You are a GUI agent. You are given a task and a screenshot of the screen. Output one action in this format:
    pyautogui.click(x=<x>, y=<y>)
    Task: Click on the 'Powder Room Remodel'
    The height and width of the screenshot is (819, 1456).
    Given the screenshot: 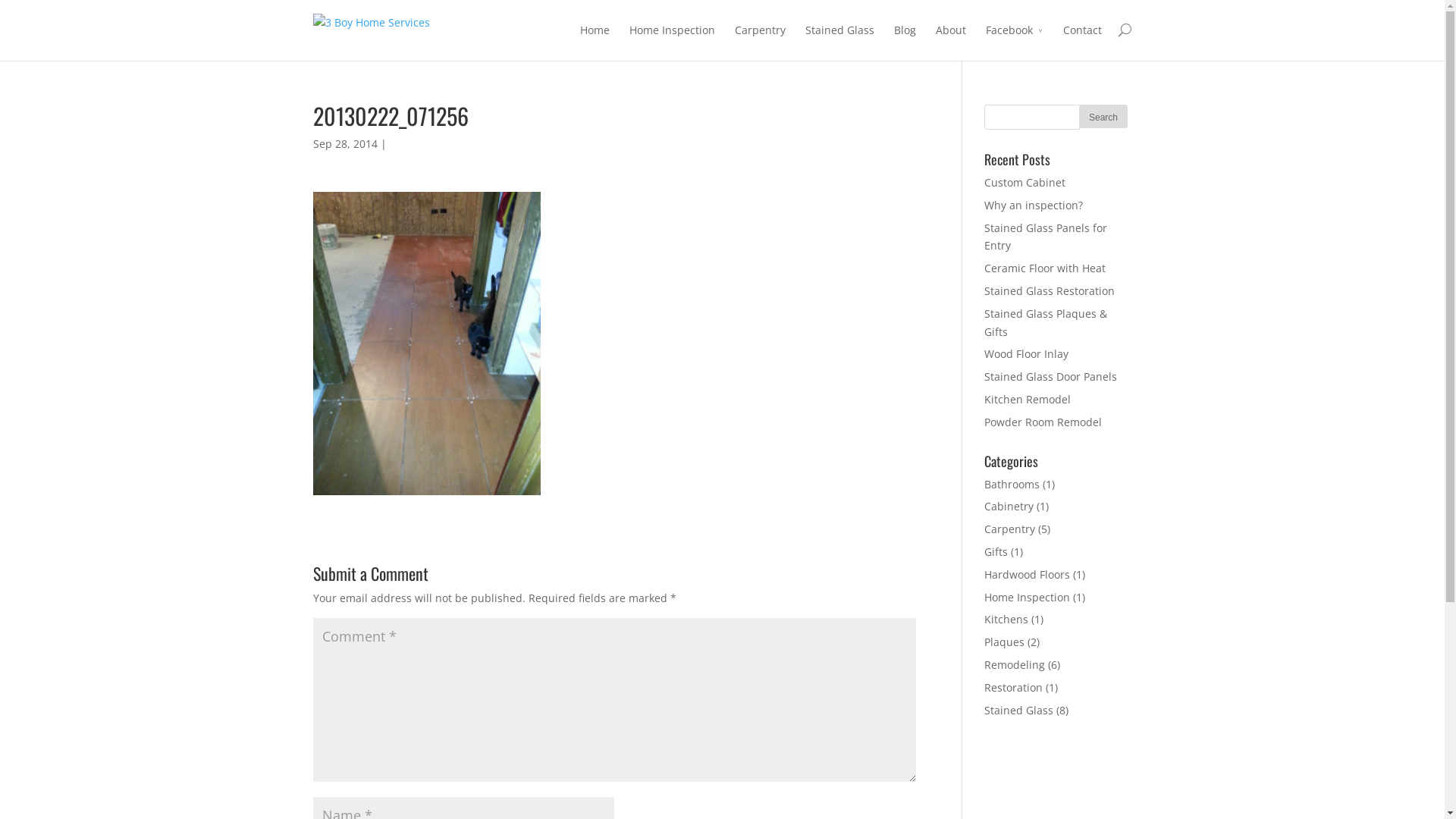 What is the action you would take?
    pyautogui.click(x=1042, y=422)
    